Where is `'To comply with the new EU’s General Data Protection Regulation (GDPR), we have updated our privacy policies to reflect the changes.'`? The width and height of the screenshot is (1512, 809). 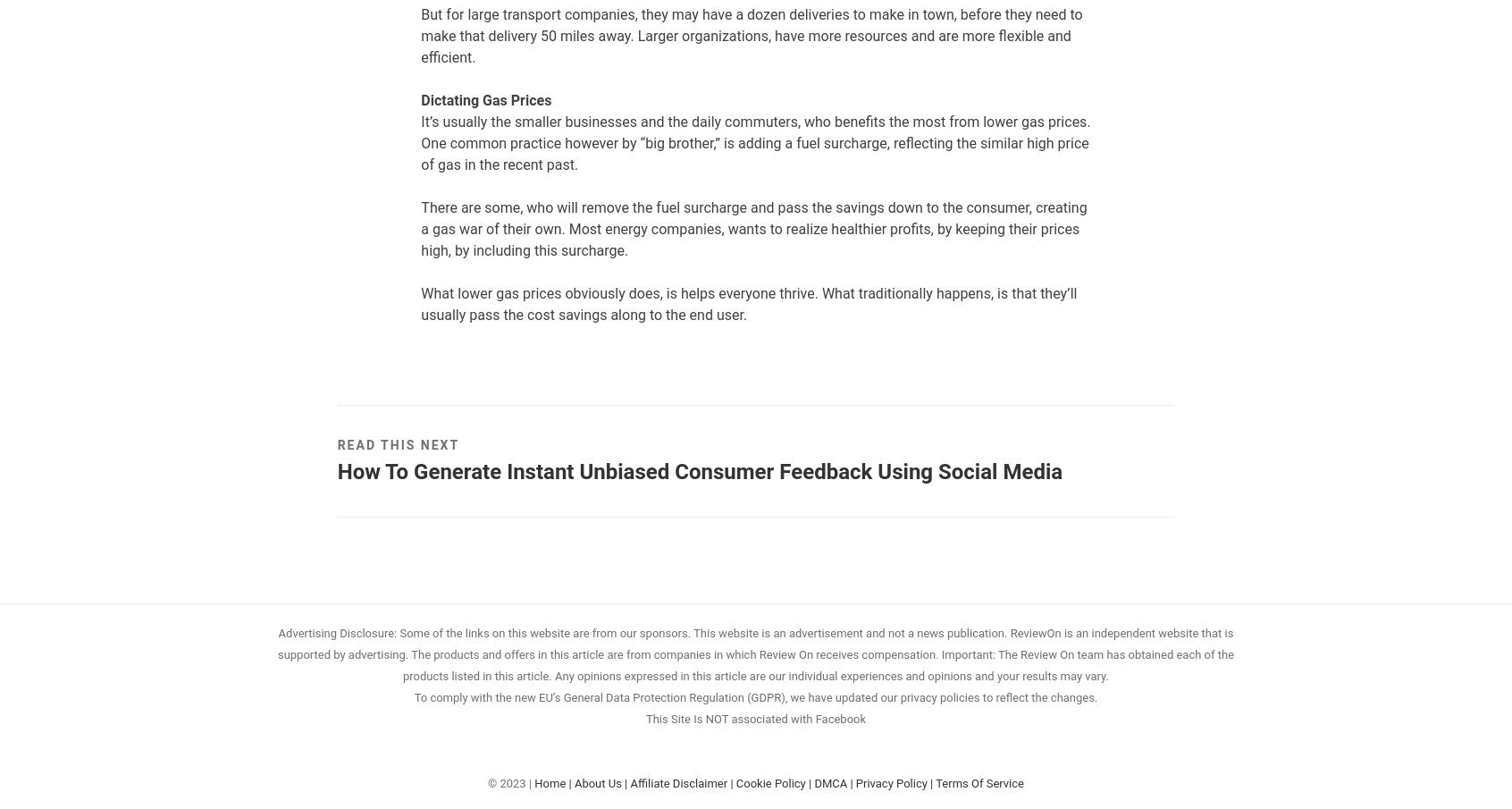 'To comply with the new EU’s General Data Protection Regulation (GDPR), we have updated our privacy policies to reflect the changes.' is located at coordinates (755, 696).